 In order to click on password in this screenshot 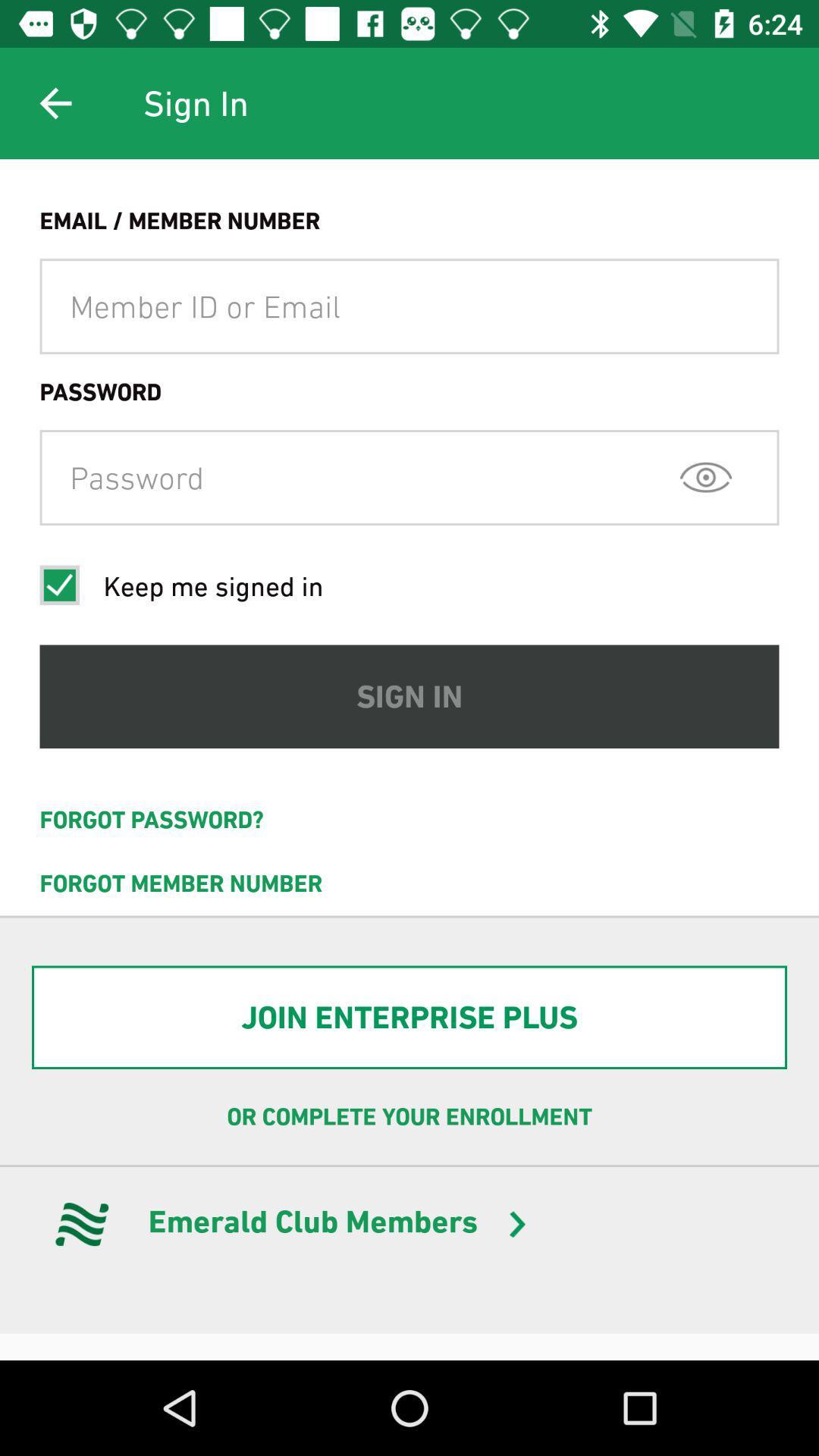, I will do `click(409, 476)`.